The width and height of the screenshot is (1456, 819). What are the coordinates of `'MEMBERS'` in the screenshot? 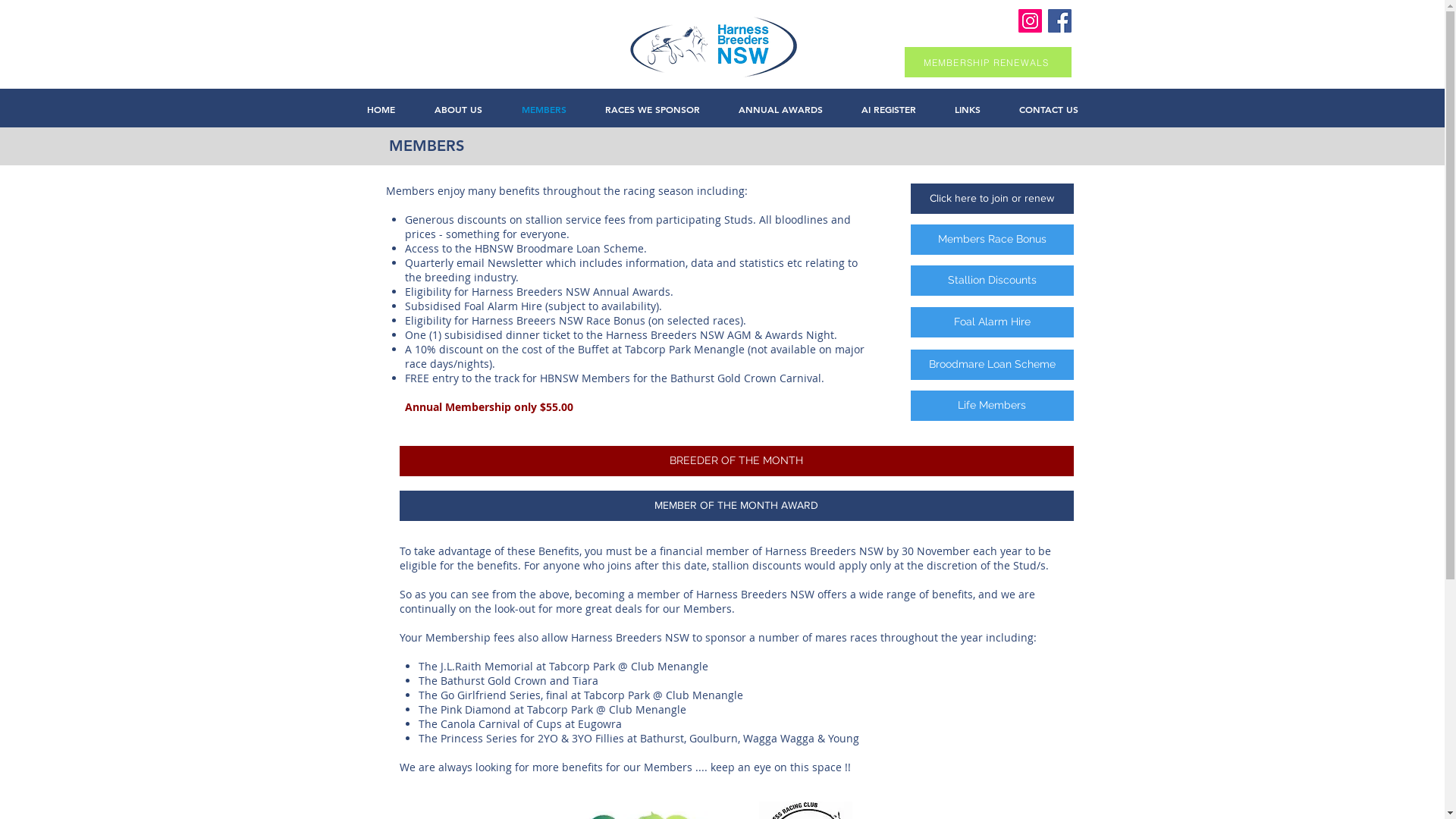 It's located at (544, 108).